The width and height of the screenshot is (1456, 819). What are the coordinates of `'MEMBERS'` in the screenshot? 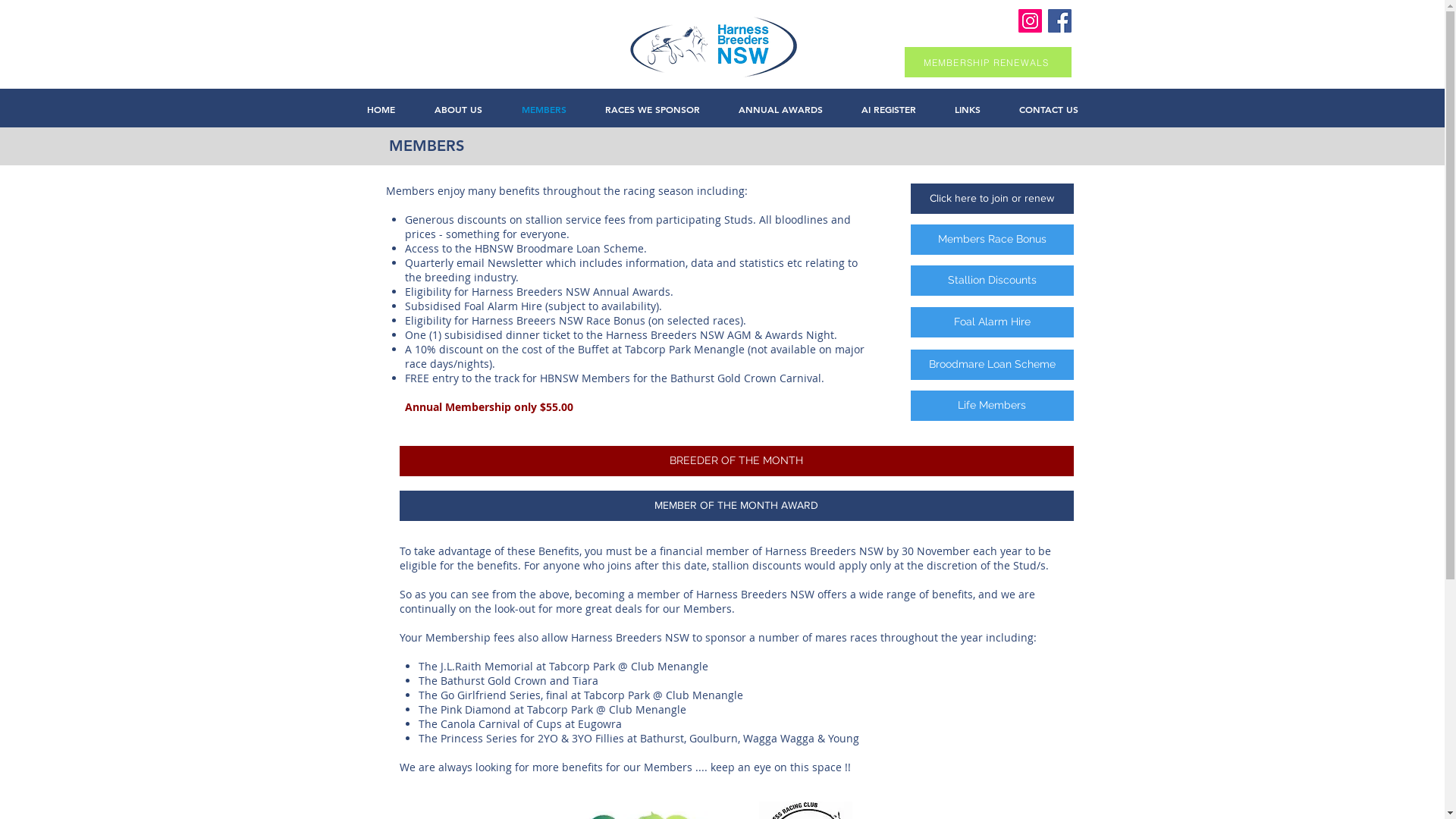 It's located at (544, 108).